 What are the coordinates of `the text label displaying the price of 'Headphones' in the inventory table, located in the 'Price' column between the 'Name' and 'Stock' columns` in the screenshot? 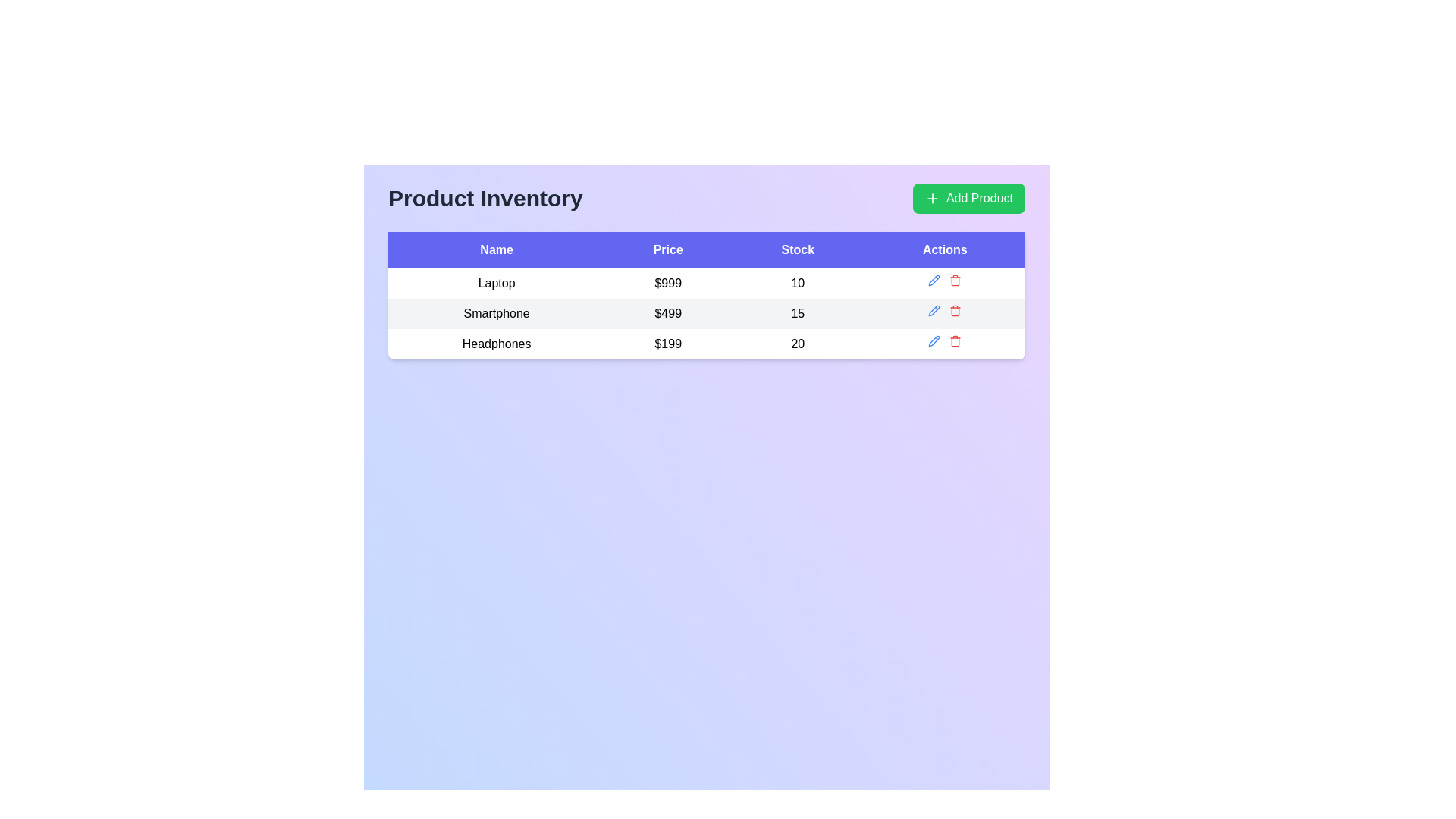 It's located at (667, 344).